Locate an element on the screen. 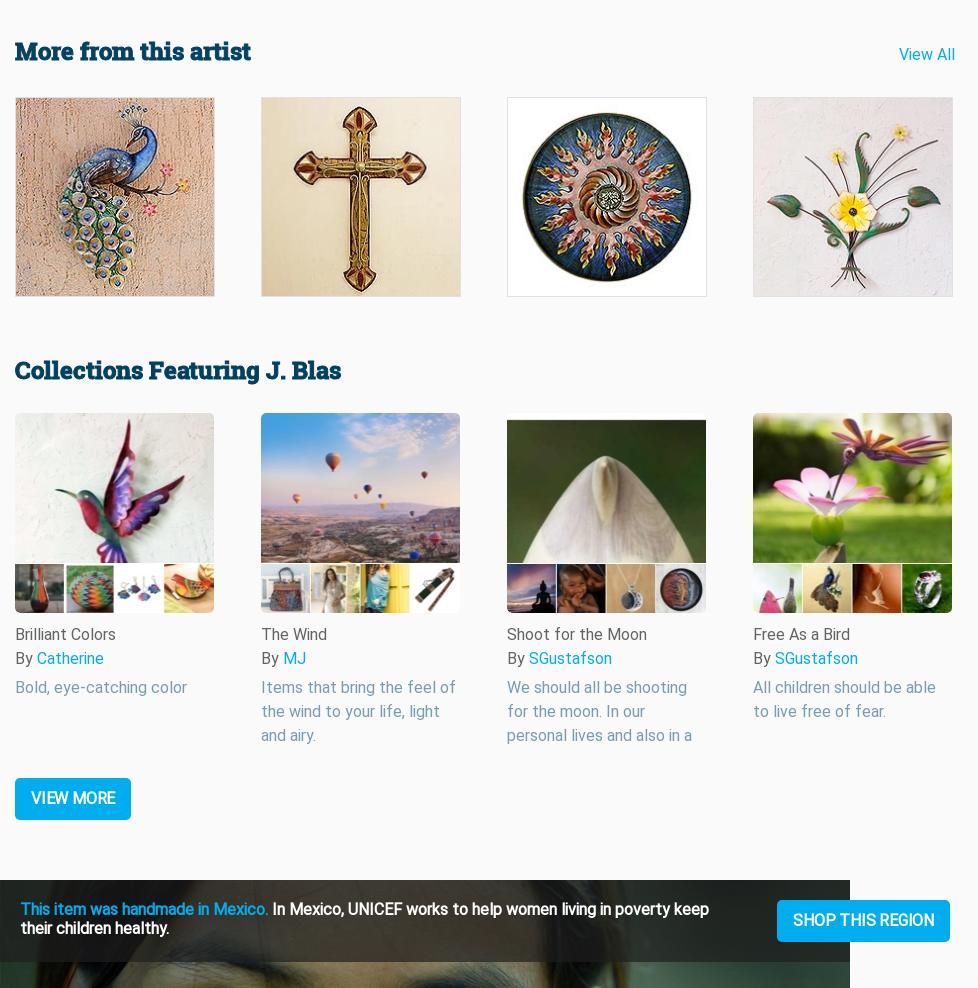  'Shoot for the Moon' is located at coordinates (577, 633).